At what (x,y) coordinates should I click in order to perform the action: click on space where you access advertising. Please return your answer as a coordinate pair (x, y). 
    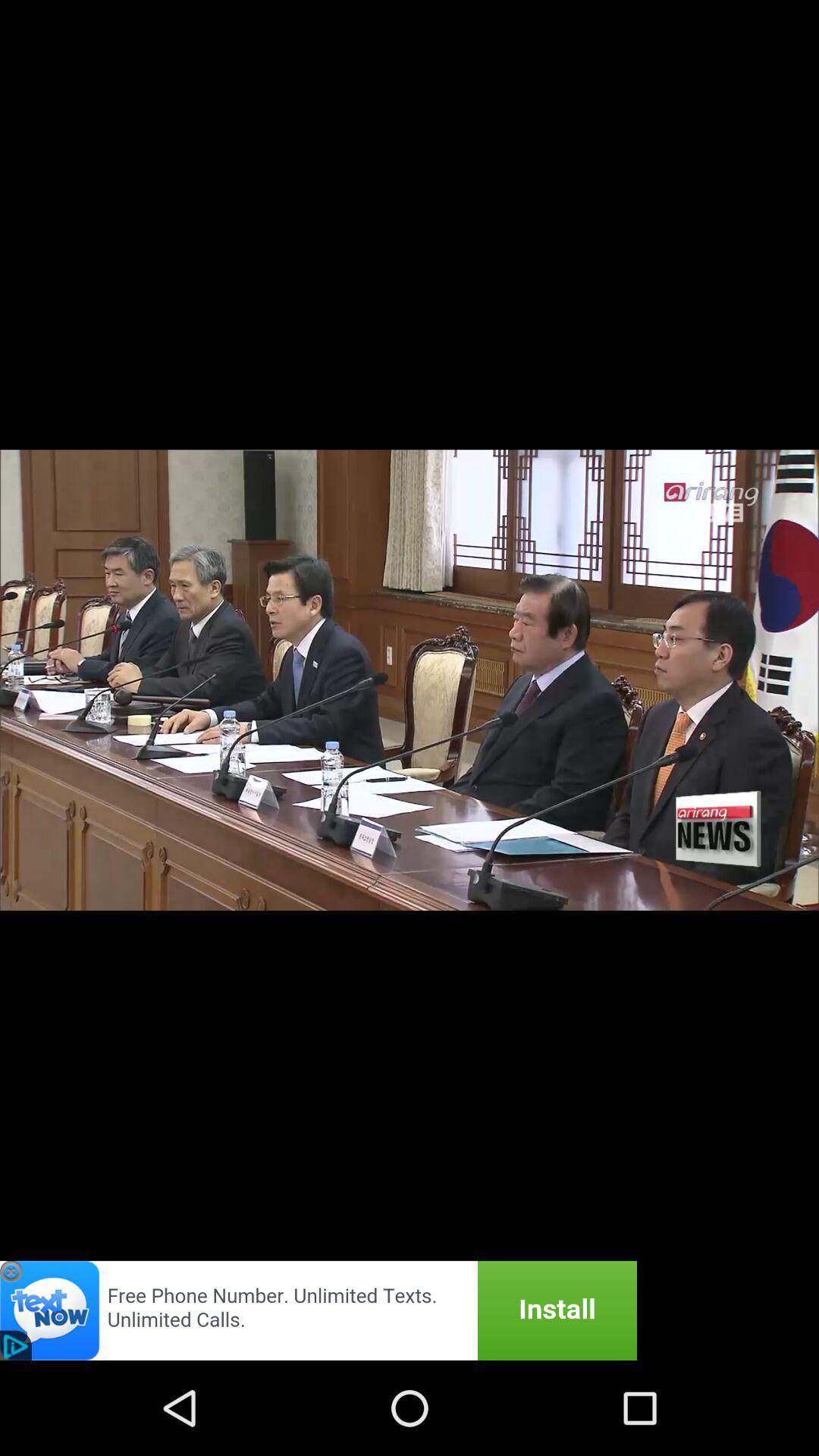
    Looking at the image, I should click on (318, 1310).